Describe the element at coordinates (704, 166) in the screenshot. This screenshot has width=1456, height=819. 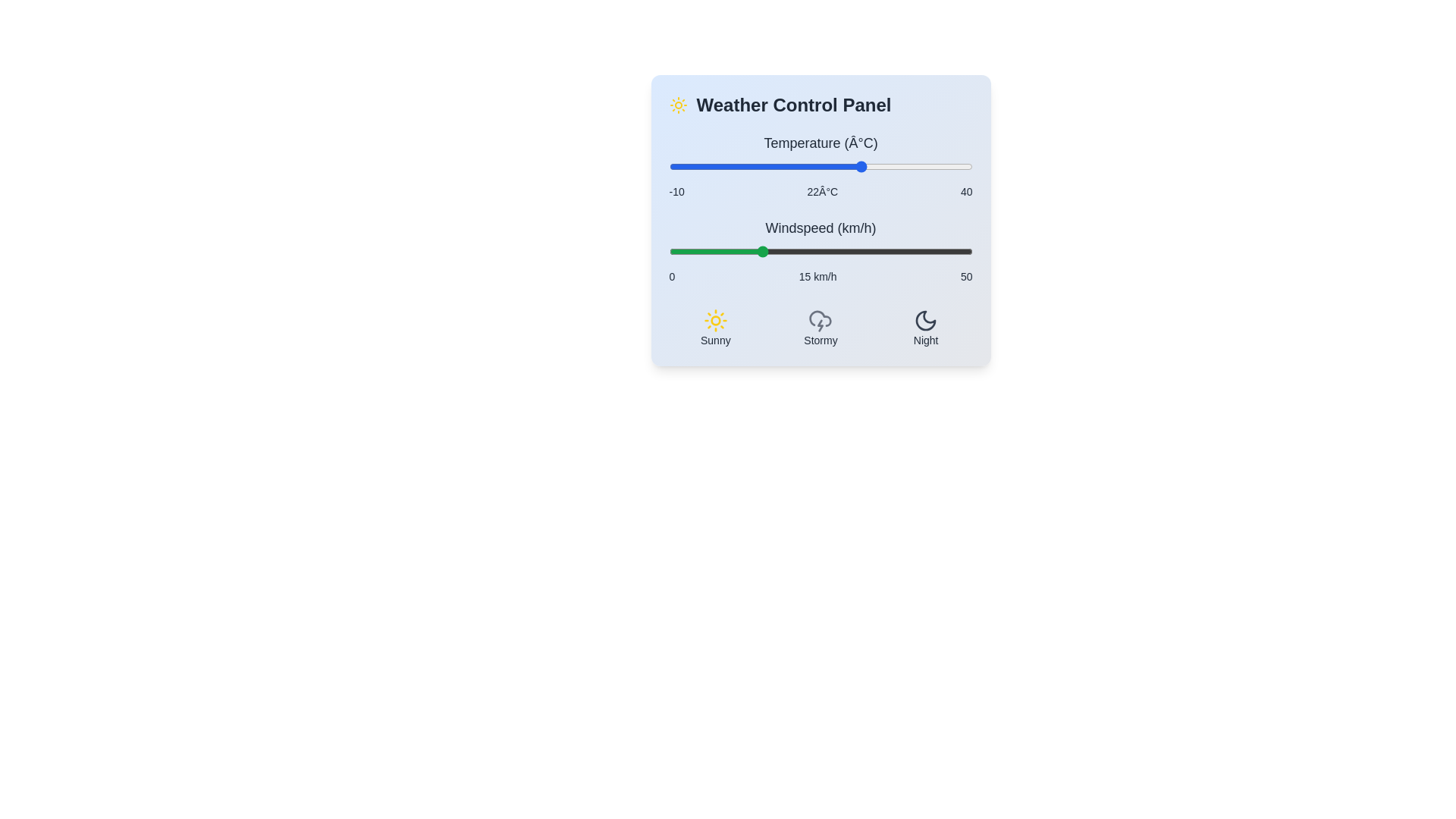
I see `the Temperature slider` at that location.